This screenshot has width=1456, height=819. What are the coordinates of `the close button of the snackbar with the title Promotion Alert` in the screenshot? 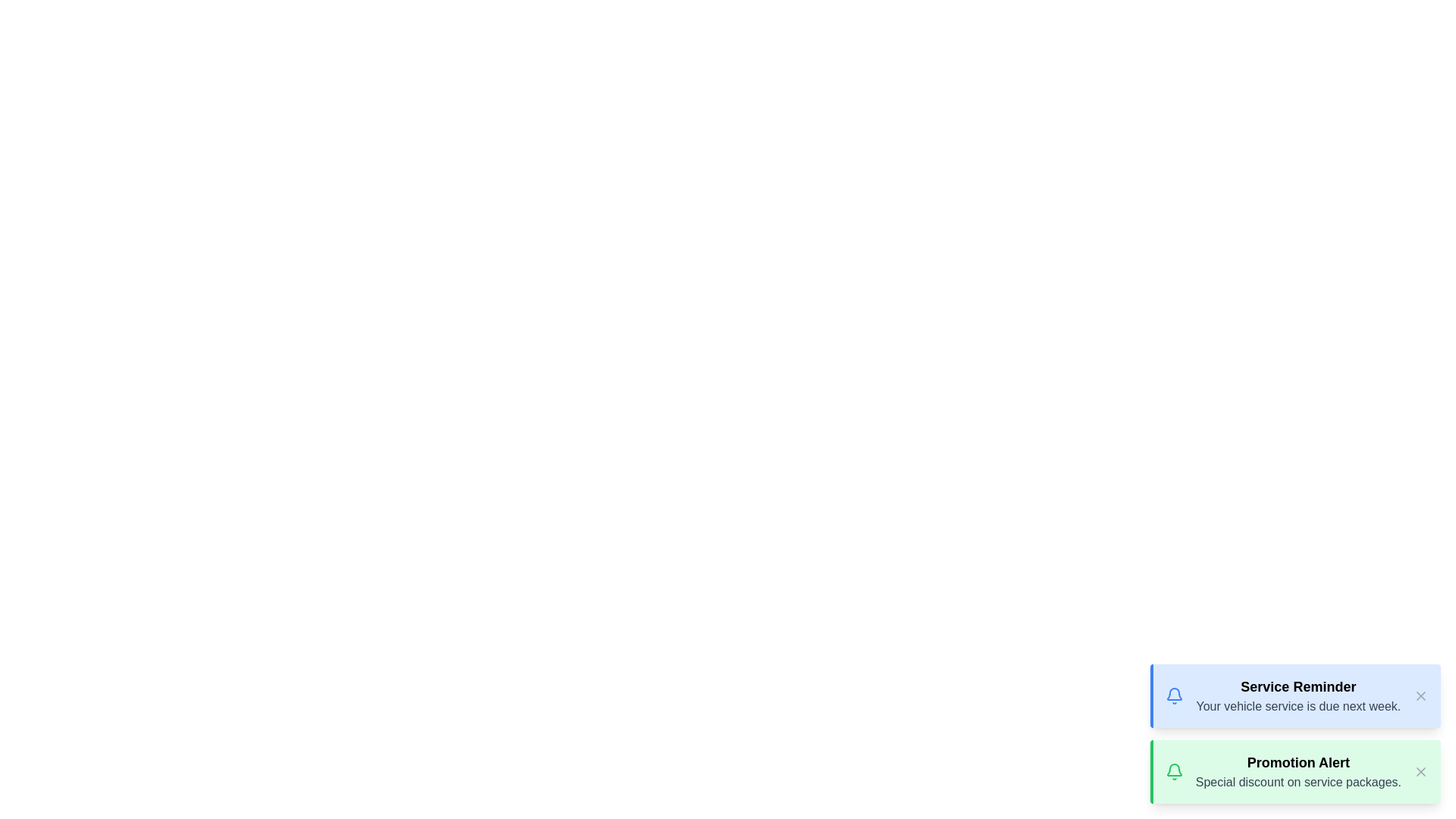 It's located at (1420, 772).